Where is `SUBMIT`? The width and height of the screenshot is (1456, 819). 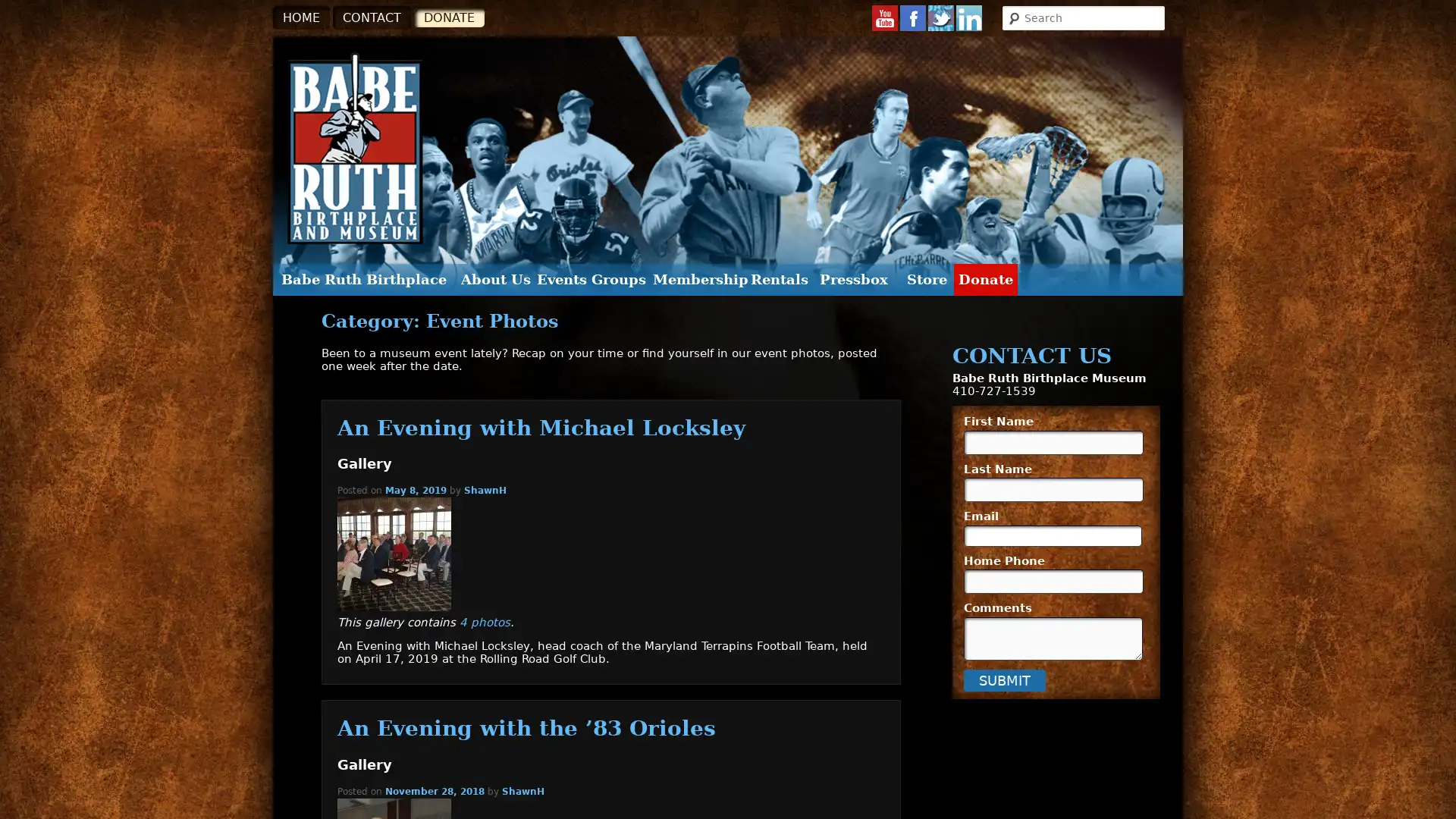
SUBMIT is located at coordinates (1004, 679).